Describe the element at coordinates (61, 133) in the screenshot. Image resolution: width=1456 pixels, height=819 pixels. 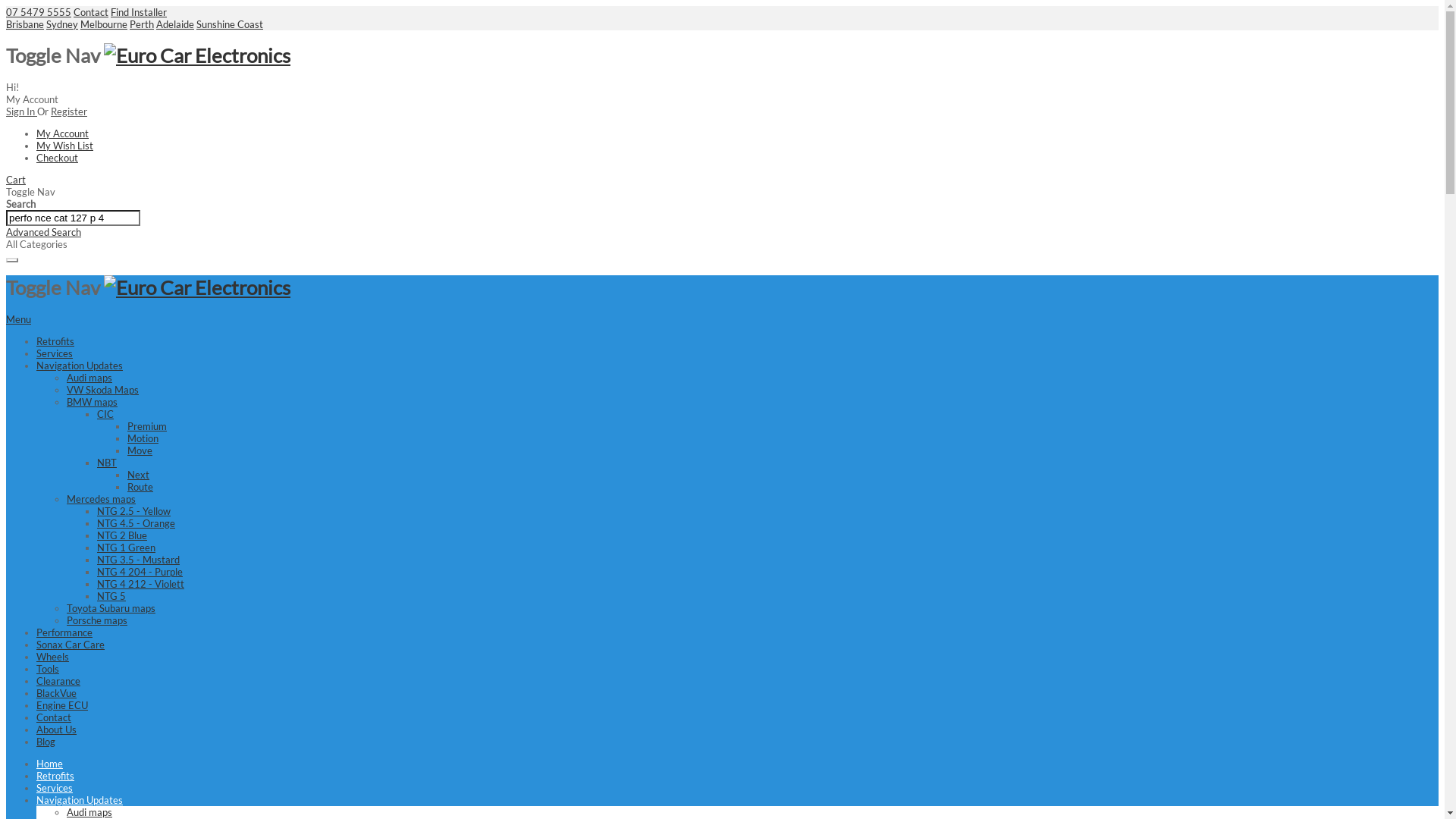
I see `'My Account'` at that location.